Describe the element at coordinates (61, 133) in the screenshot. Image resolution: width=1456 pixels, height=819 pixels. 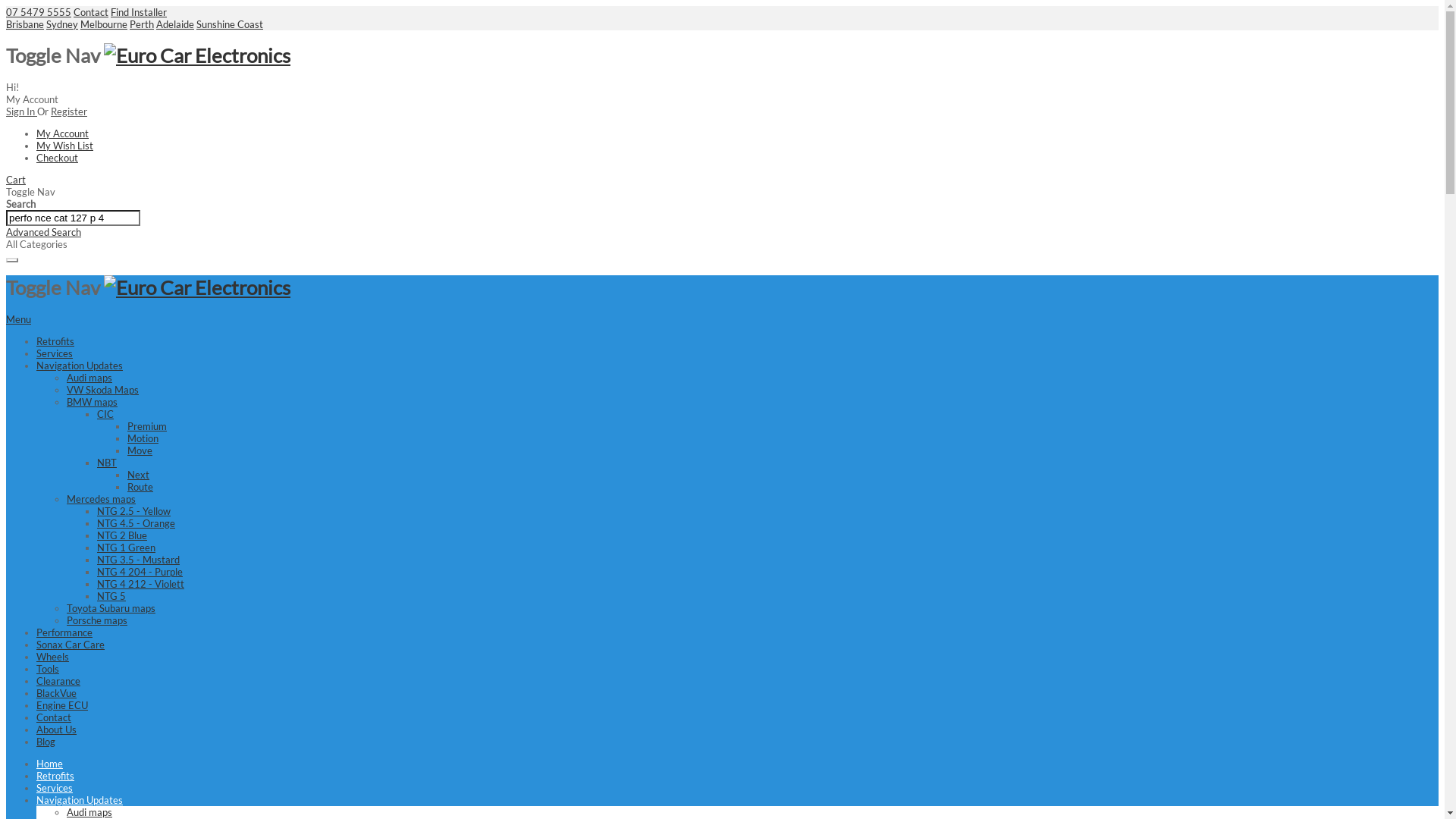
I see `'My Account'` at that location.